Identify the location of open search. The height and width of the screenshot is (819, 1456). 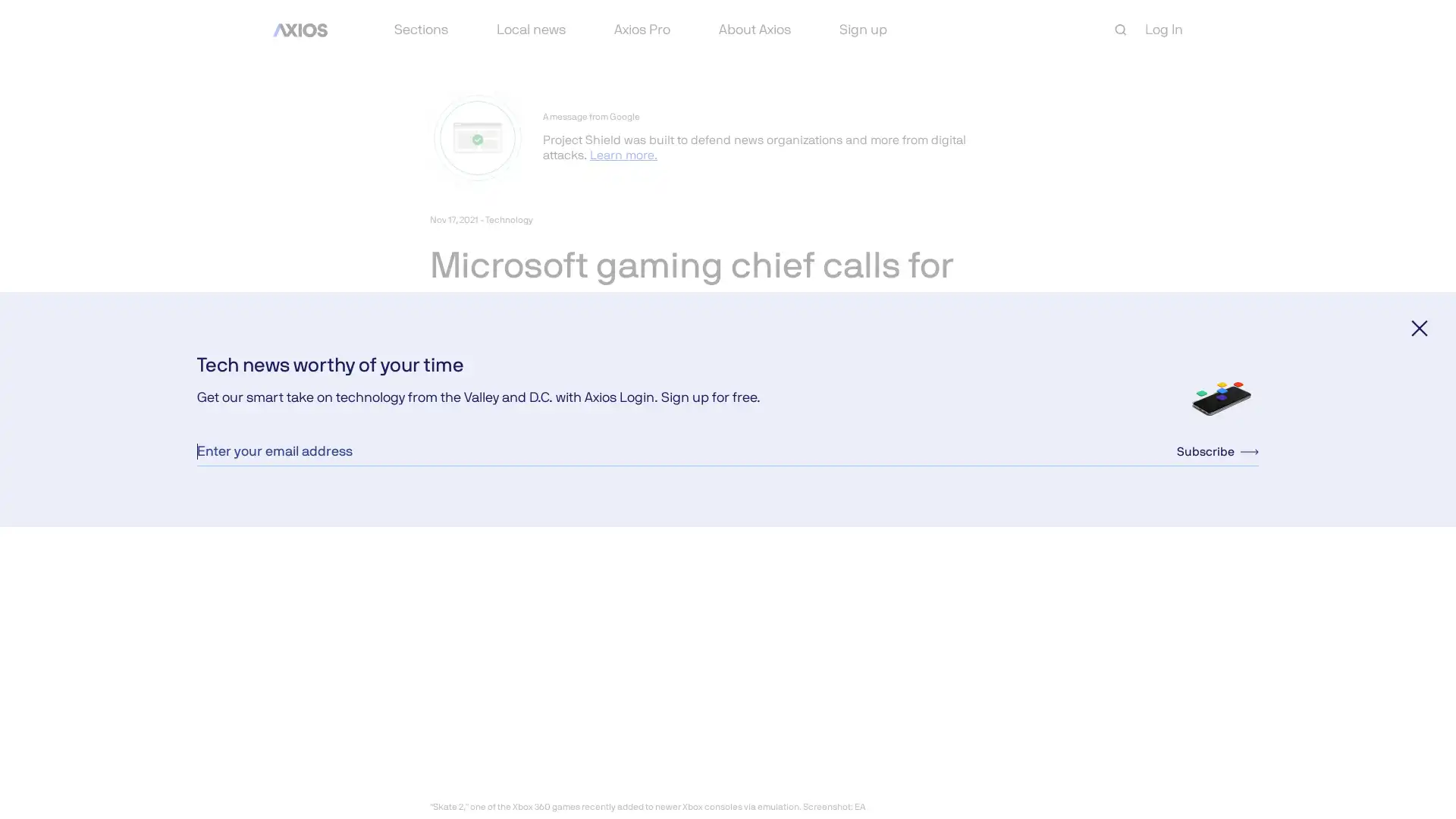
(1121, 30).